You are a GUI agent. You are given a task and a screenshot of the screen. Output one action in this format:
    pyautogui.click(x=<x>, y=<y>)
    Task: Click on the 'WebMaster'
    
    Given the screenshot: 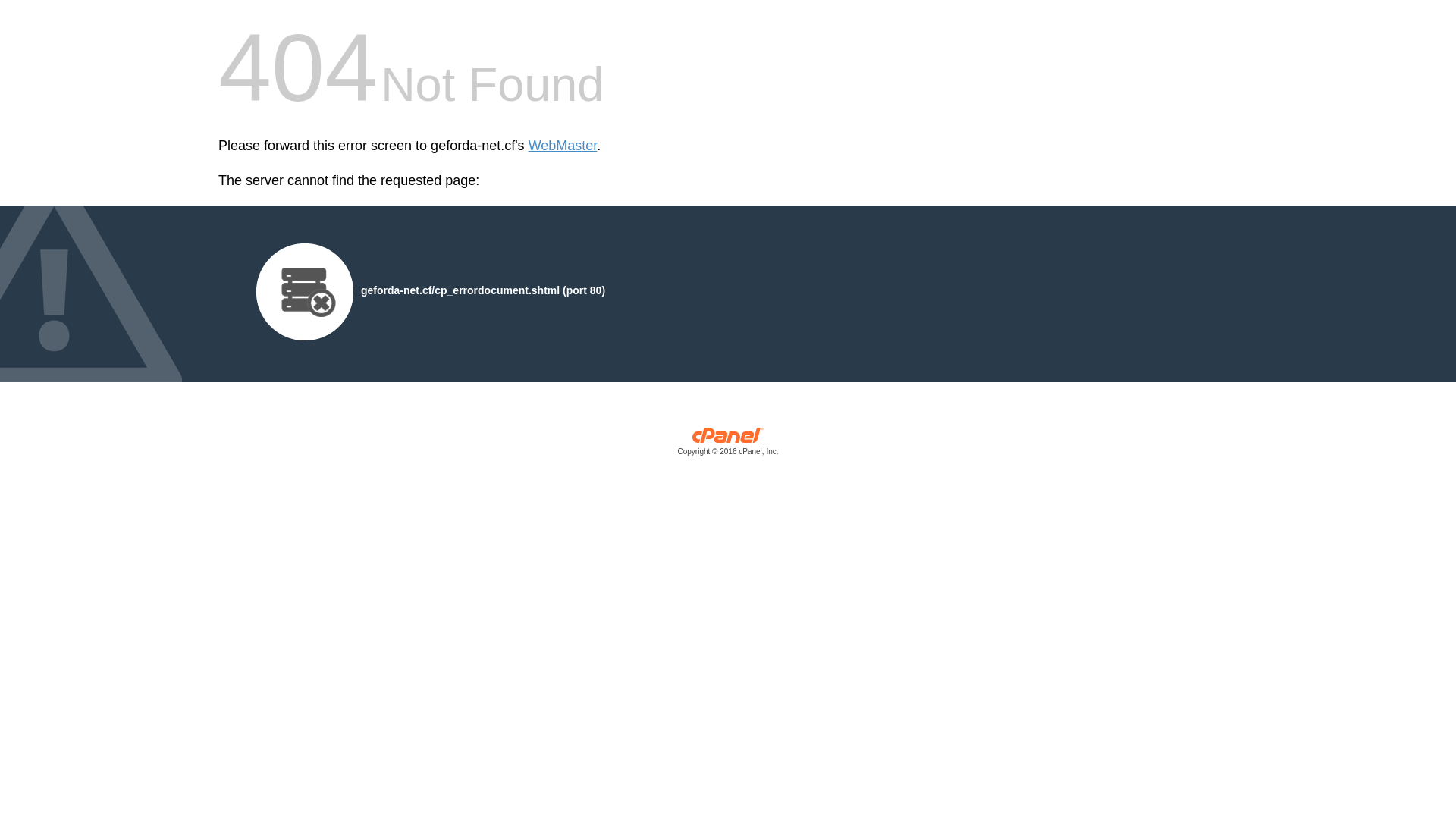 What is the action you would take?
    pyautogui.click(x=562, y=146)
    